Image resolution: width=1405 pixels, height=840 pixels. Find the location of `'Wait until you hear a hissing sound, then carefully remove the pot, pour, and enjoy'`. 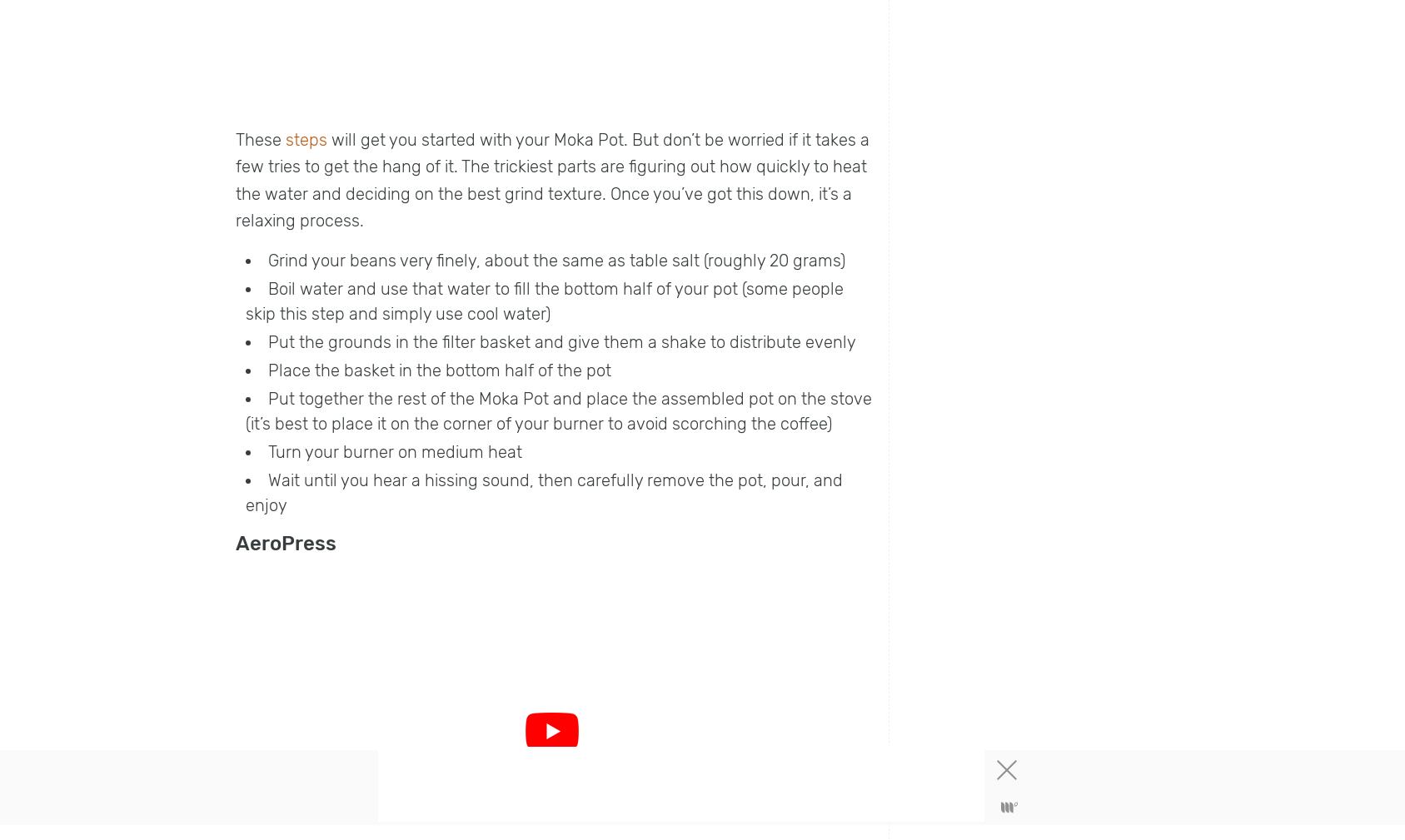

'Wait until you hear a hissing sound, then carefully remove the pot, pour, and enjoy' is located at coordinates (544, 491).